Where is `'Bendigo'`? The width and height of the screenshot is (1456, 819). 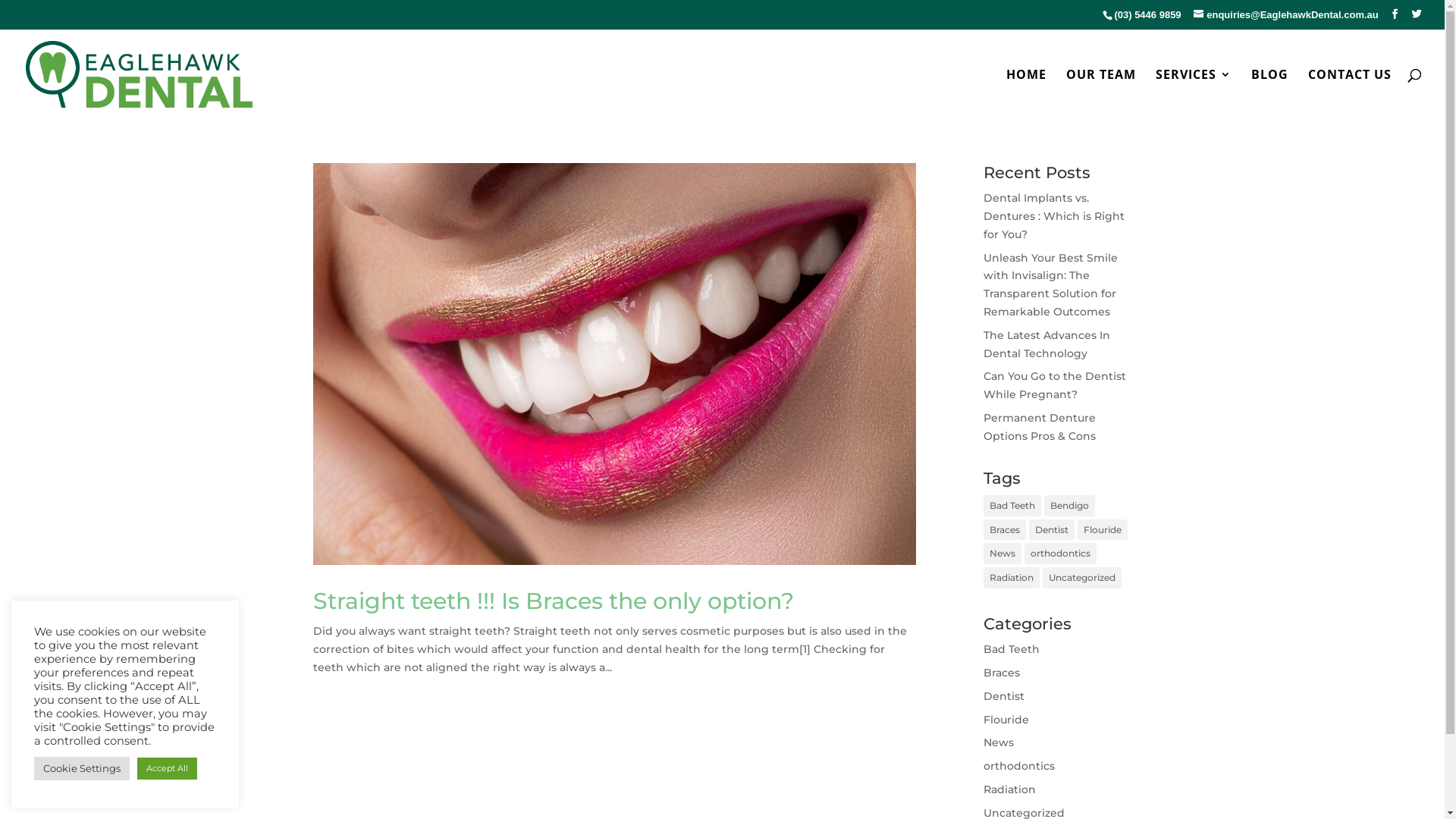 'Bendigo' is located at coordinates (1068, 506).